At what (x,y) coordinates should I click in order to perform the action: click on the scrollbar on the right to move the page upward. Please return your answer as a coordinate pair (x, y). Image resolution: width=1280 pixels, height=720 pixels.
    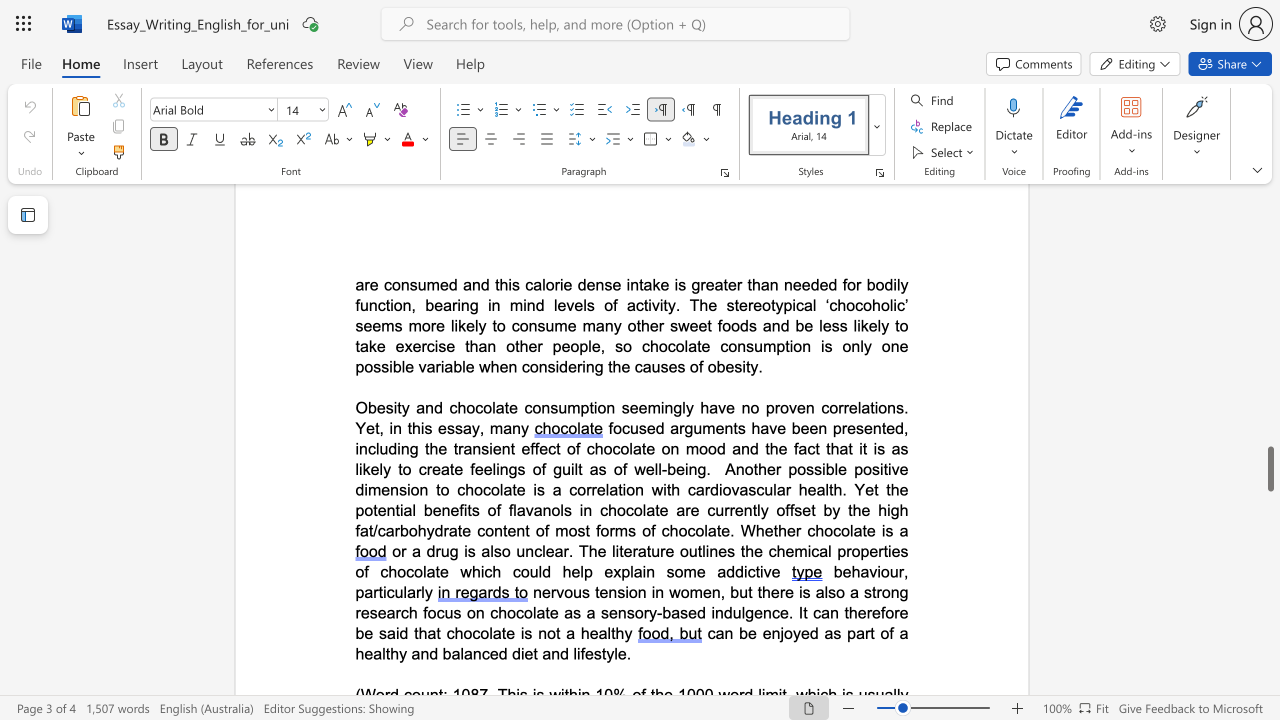
    Looking at the image, I should click on (1269, 418).